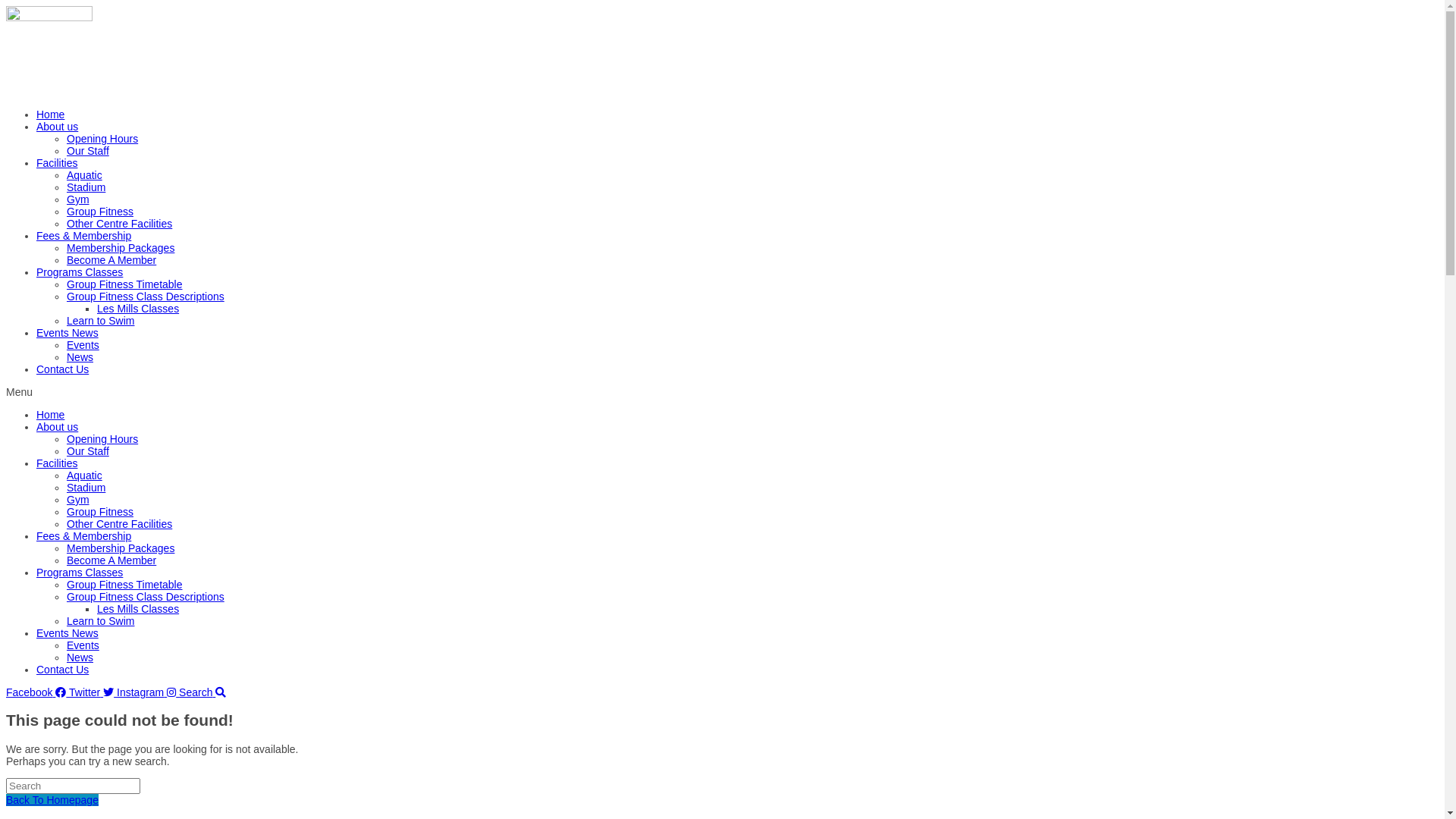  I want to click on 'Stadium', so click(85, 488).